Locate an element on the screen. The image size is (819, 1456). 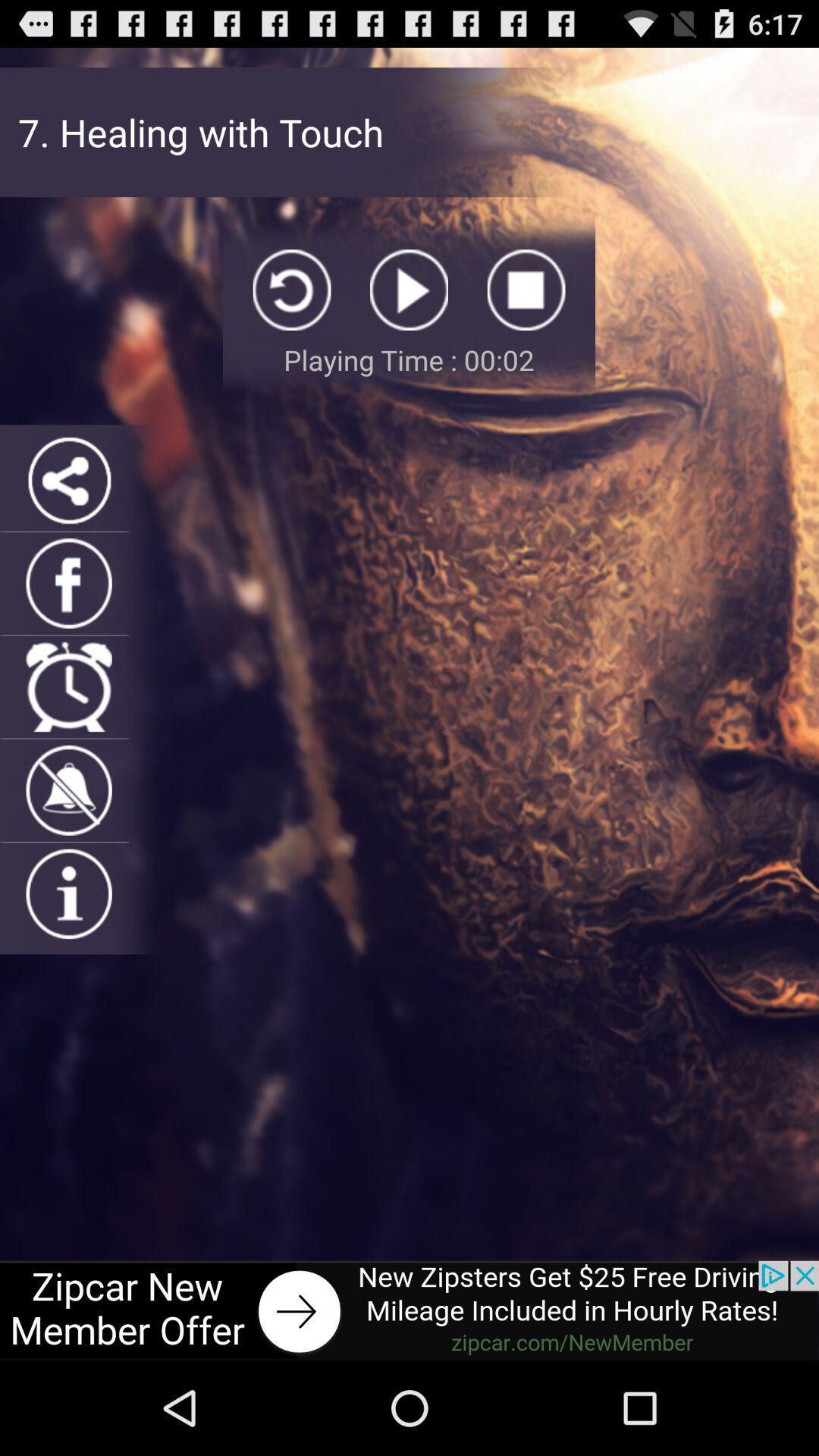
the share icon is located at coordinates (69, 513).